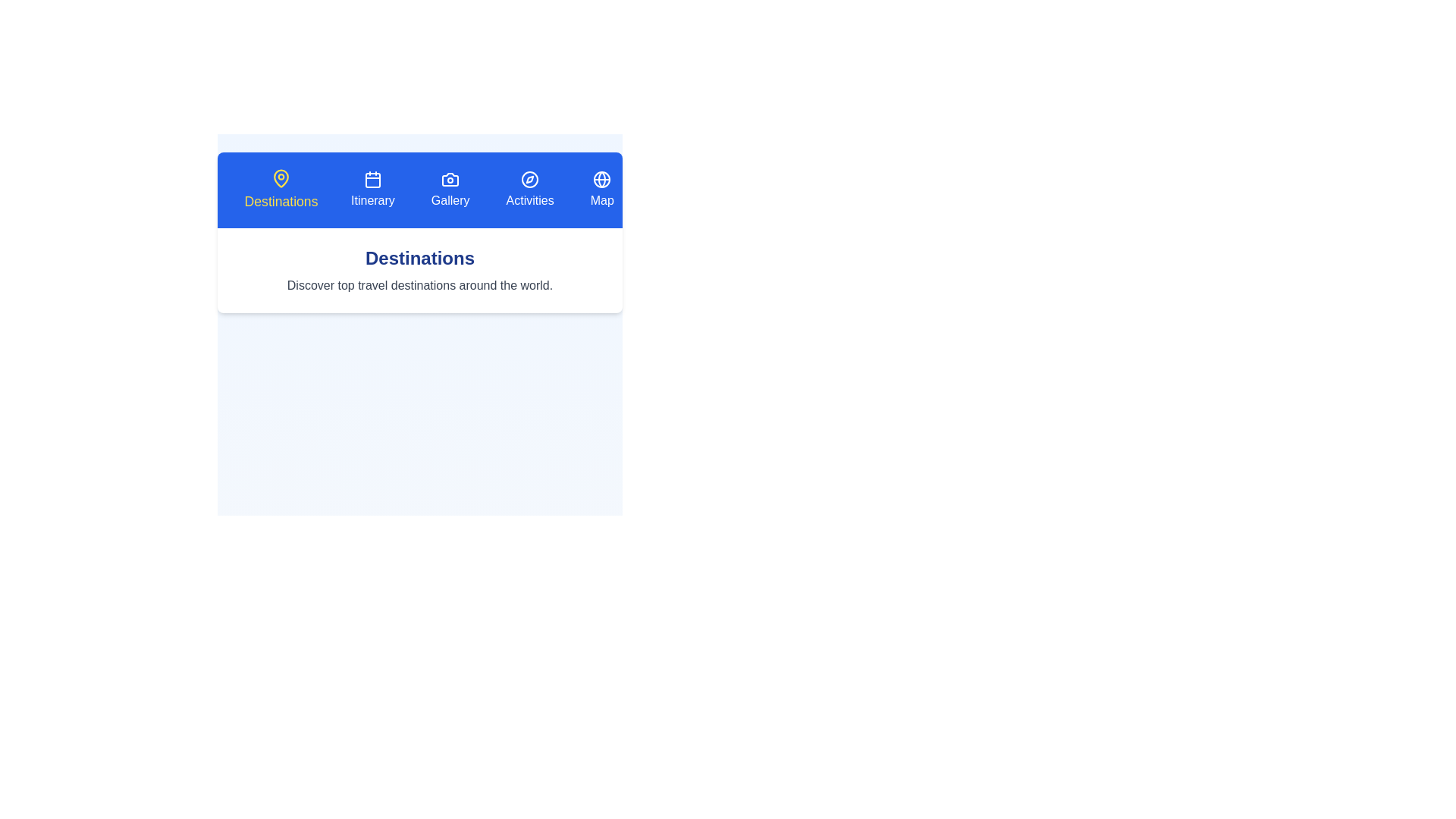 Image resolution: width=1456 pixels, height=819 pixels. What do you see at coordinates (419, 257) in the screenshot?
I see `the static text header indicating travel destinations, which is located beneath the blue navigation bar and above the descriptive text` at bounding box center [419, 257].